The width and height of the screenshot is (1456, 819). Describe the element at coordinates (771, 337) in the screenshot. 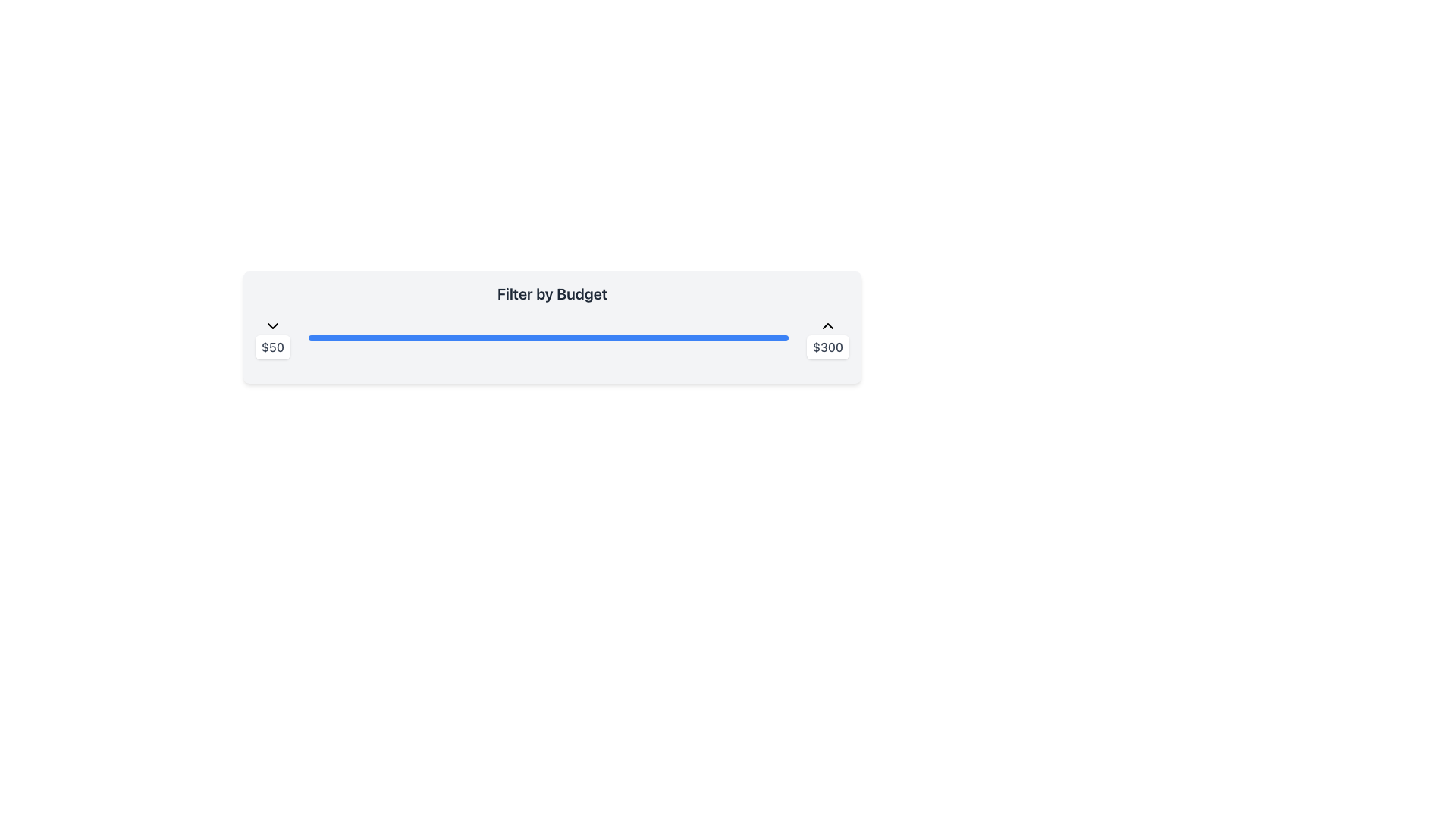

I see `the value of the slider` at that location.